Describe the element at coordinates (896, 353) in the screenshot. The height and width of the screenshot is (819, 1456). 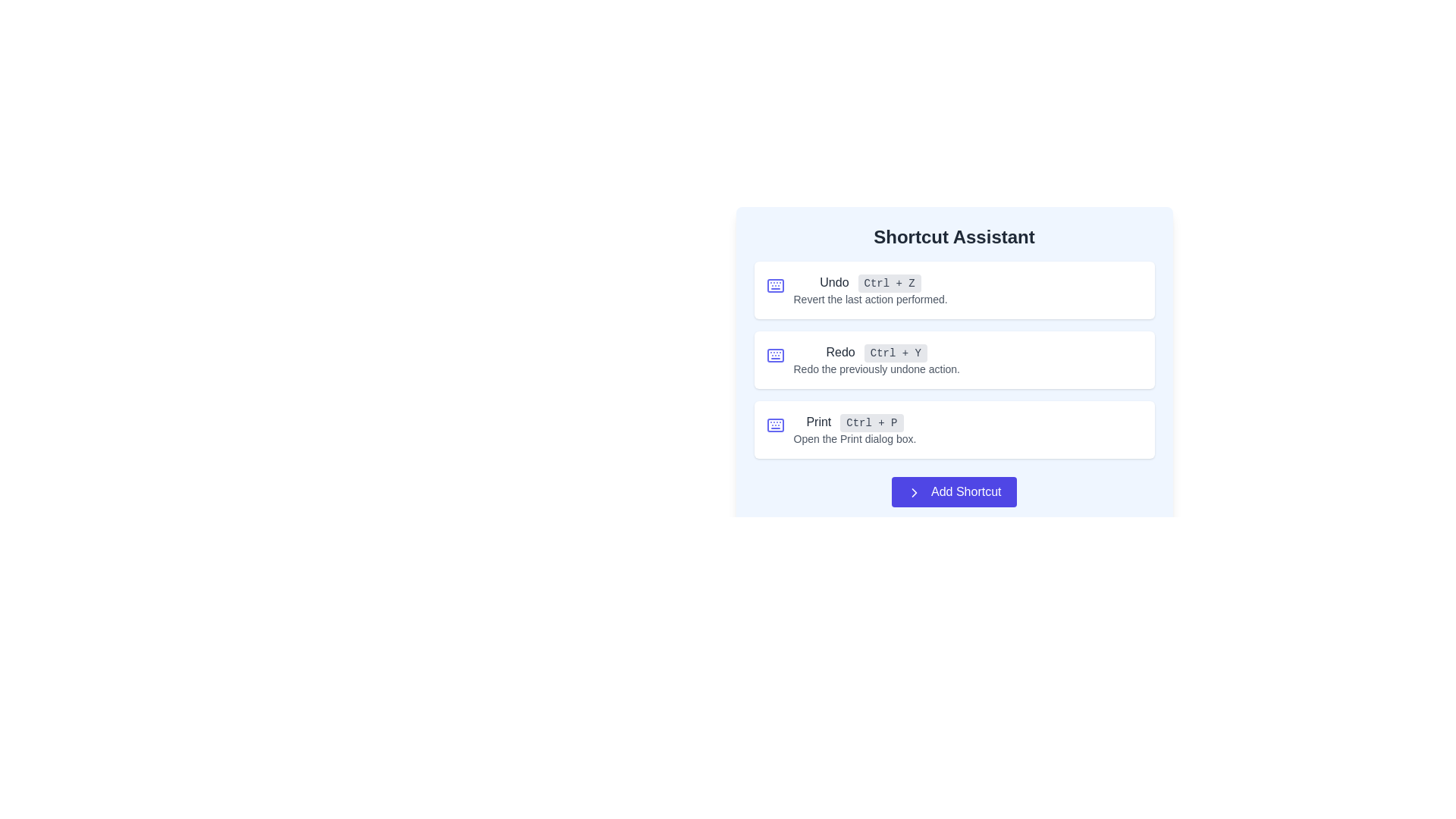
I see `the 'Redo' action button which visually represents the keyboard shortcut 'Ctrl + Y' located in the second row of the shortcut list` at that location.